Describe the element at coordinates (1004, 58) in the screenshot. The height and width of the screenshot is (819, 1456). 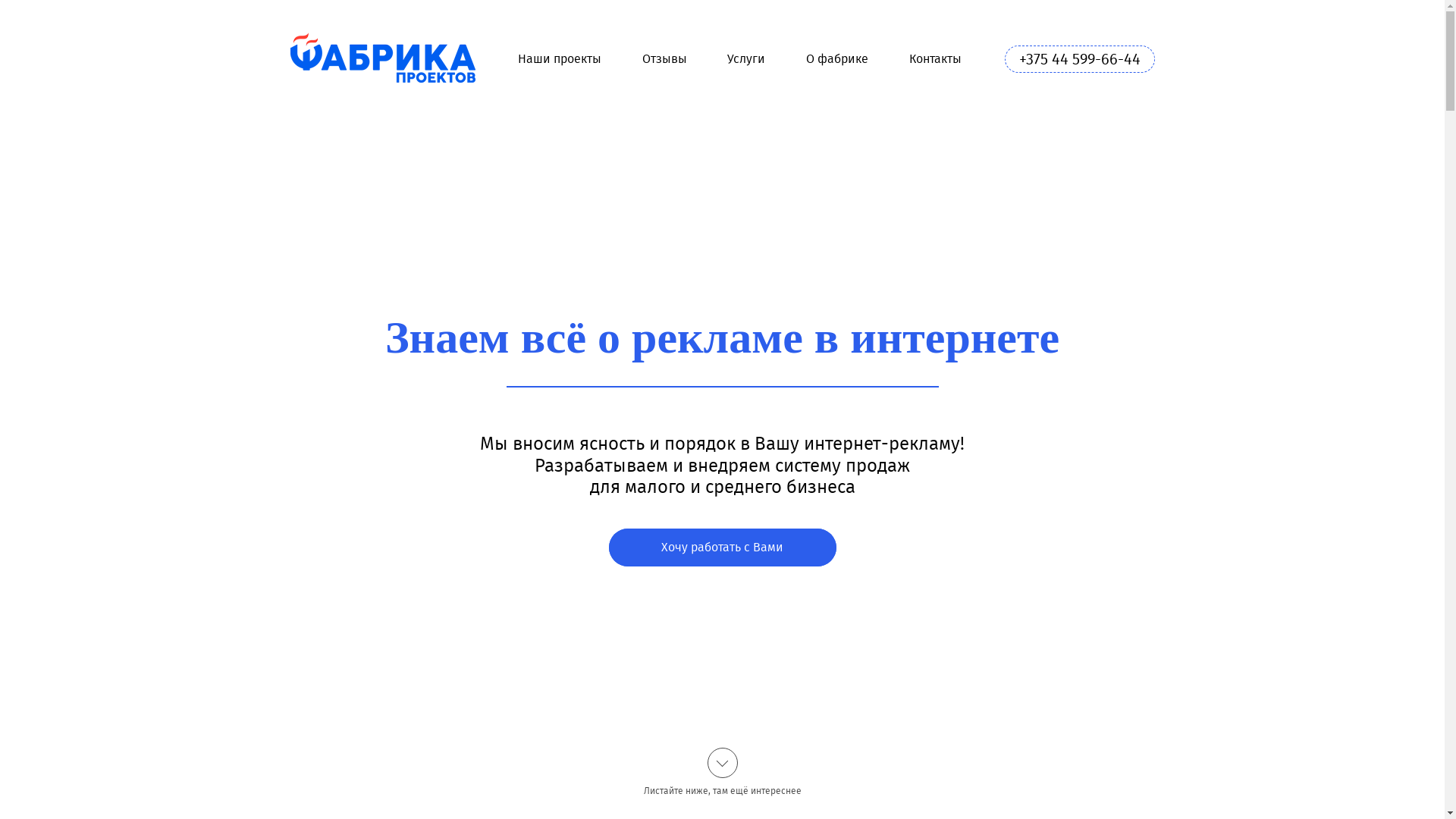
I see `'+375 44 599-66-44'` at that location.